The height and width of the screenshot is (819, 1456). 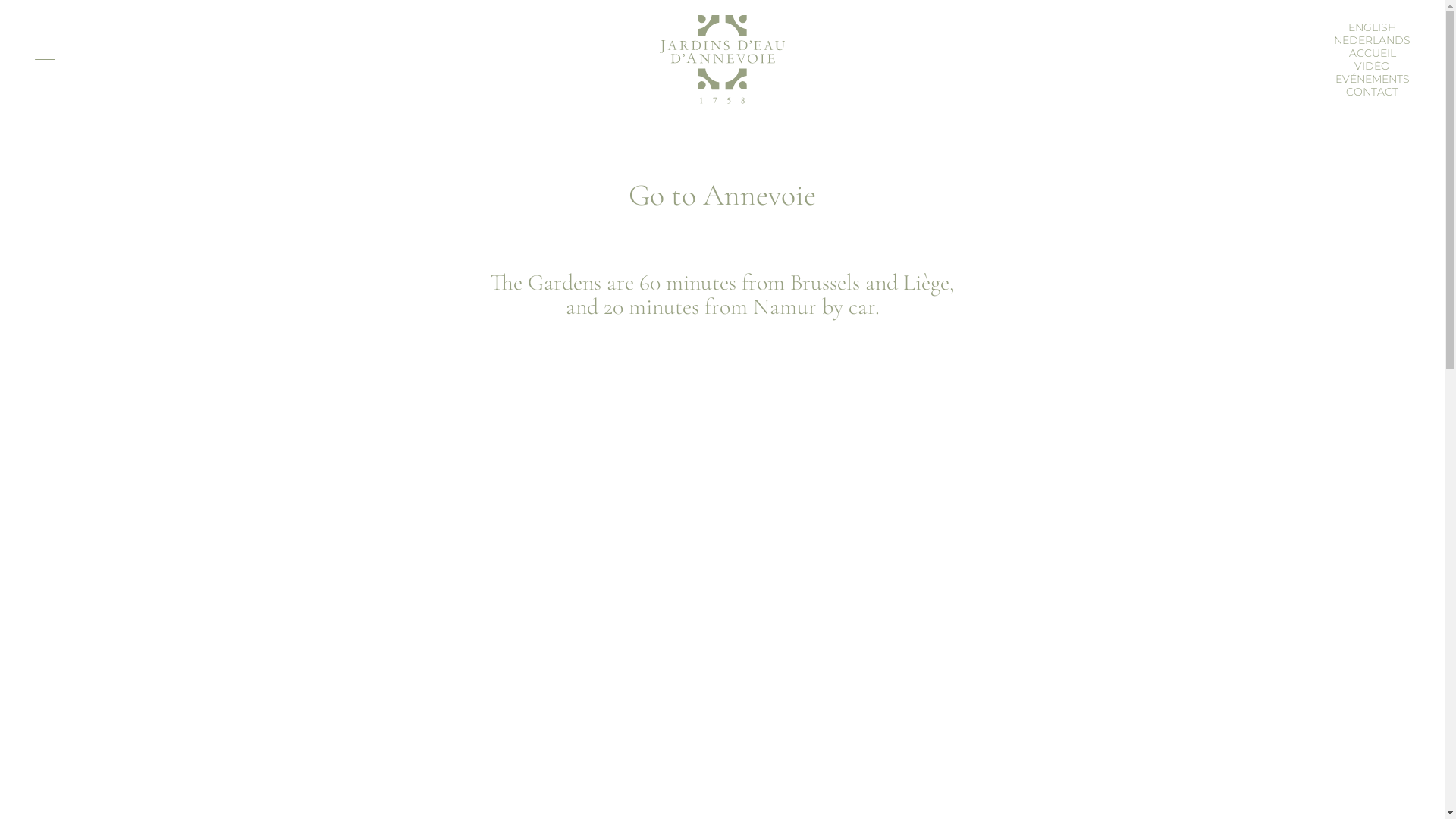 I want to click on 'NEDERLANDS', so click(x=1372, y=39).